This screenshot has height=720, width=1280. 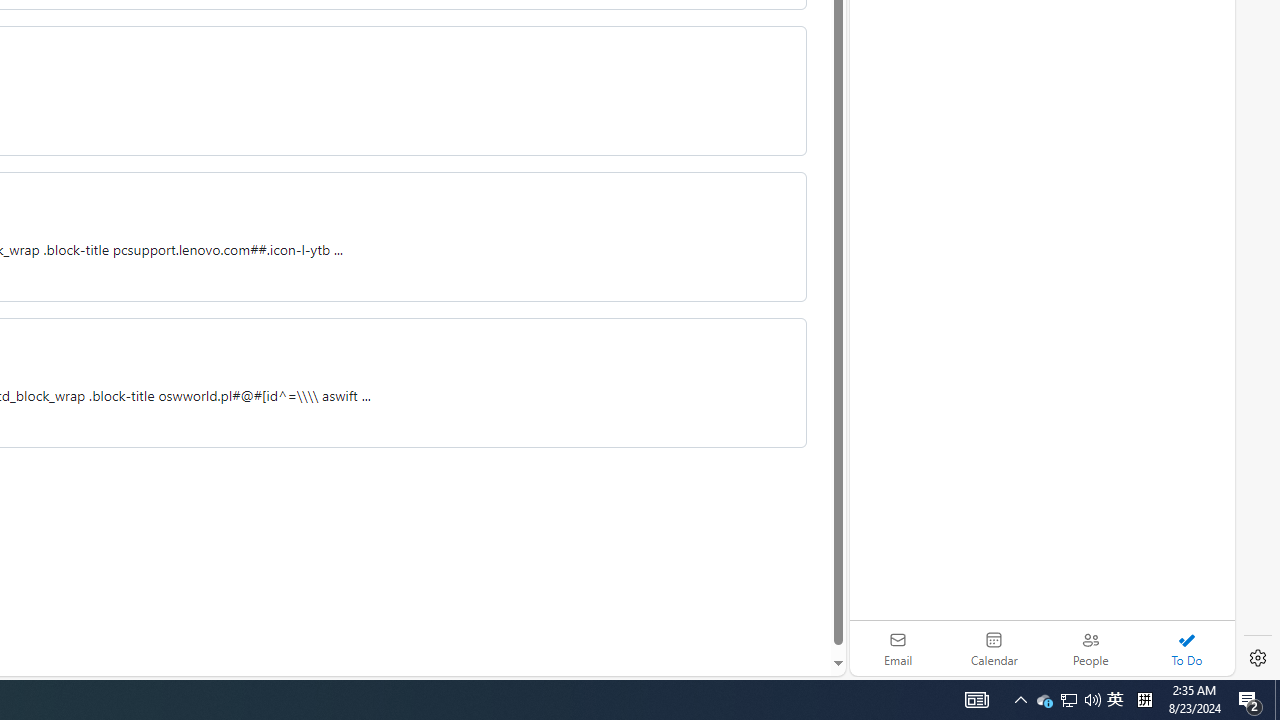 What do you see at coordinates (994, 648) in the screenshot?
I see `'Calendar. Date today is 22'` at bounding box center [994, 648].